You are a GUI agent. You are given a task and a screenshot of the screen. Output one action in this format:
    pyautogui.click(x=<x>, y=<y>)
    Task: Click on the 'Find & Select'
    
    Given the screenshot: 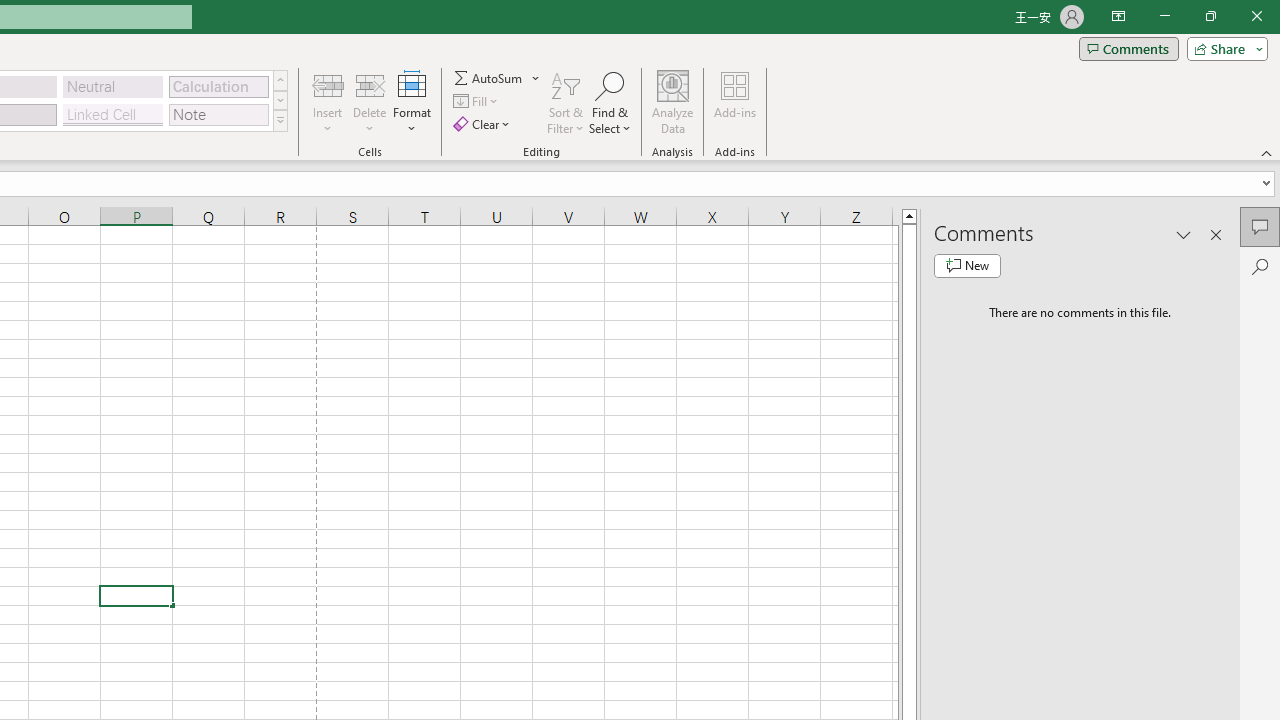 What is the action you would take?
    pyautogui.click(x=609, y=103)
    